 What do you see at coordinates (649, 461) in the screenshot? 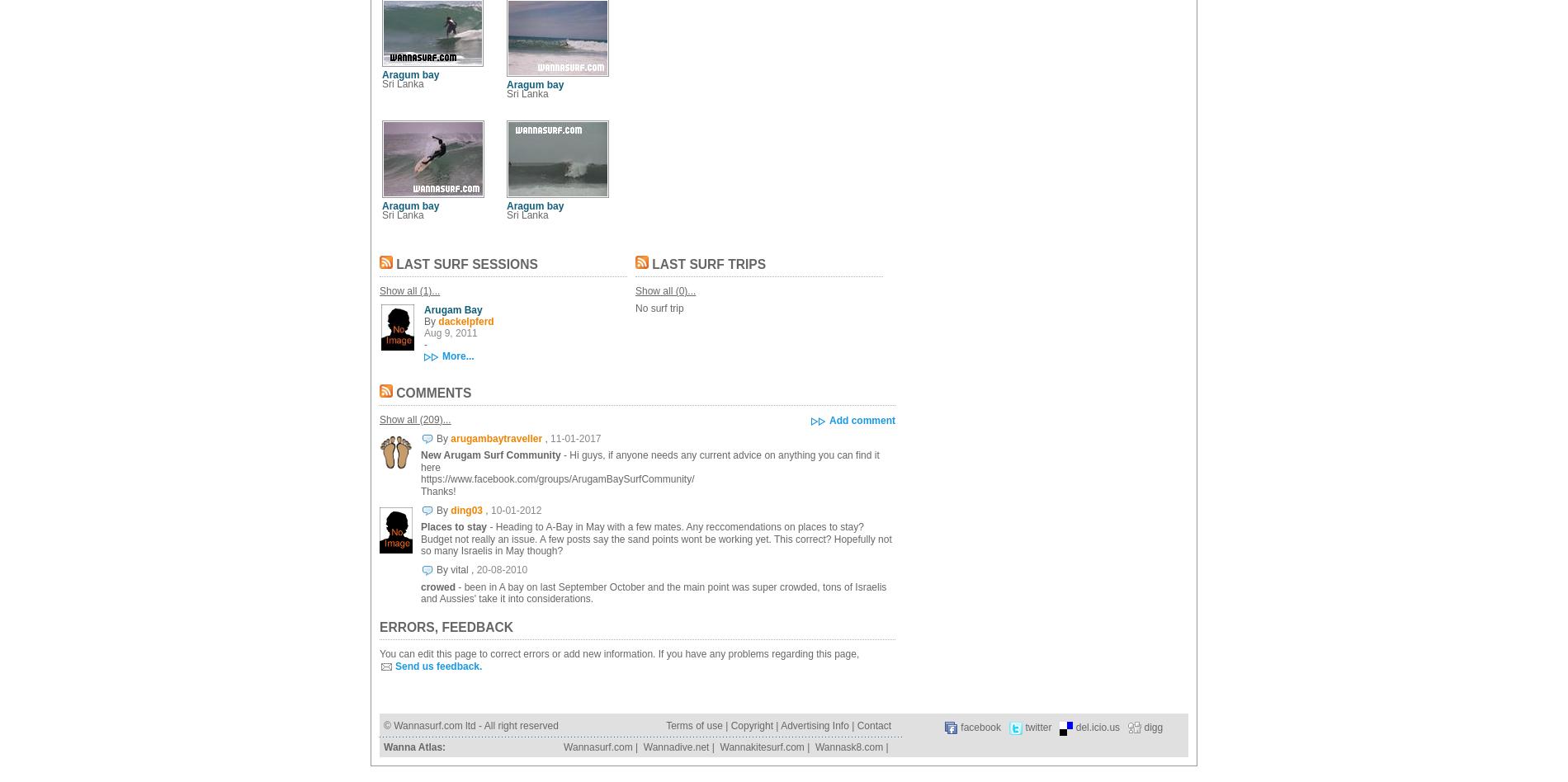
I see `'- Hi guys, if anyone needs any current advice on anything you can find it here'` at bounding box center [649, 461].